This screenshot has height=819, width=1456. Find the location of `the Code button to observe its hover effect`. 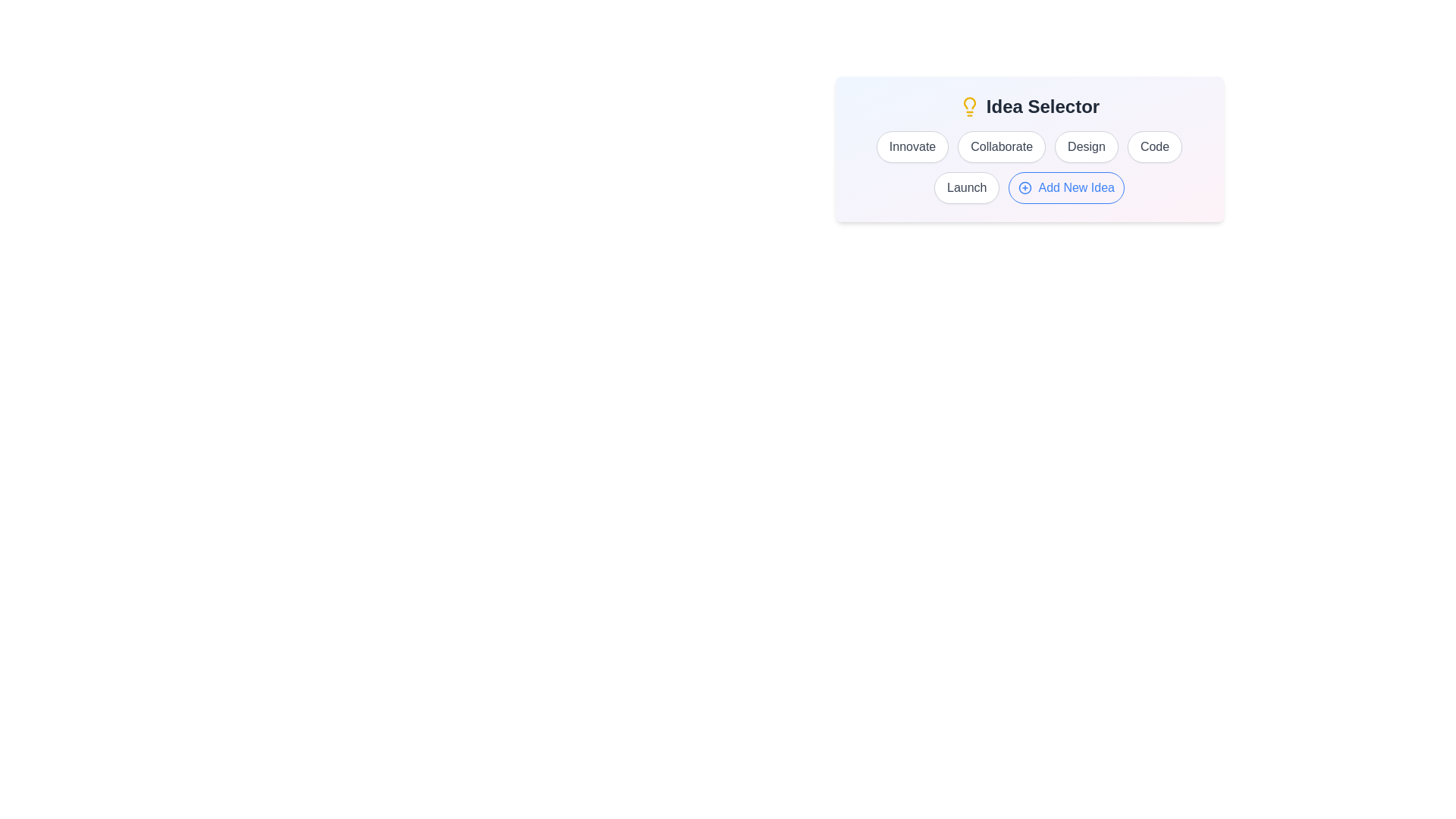

the Code button to observe its hover effect is located at coordinates (1153, 146).